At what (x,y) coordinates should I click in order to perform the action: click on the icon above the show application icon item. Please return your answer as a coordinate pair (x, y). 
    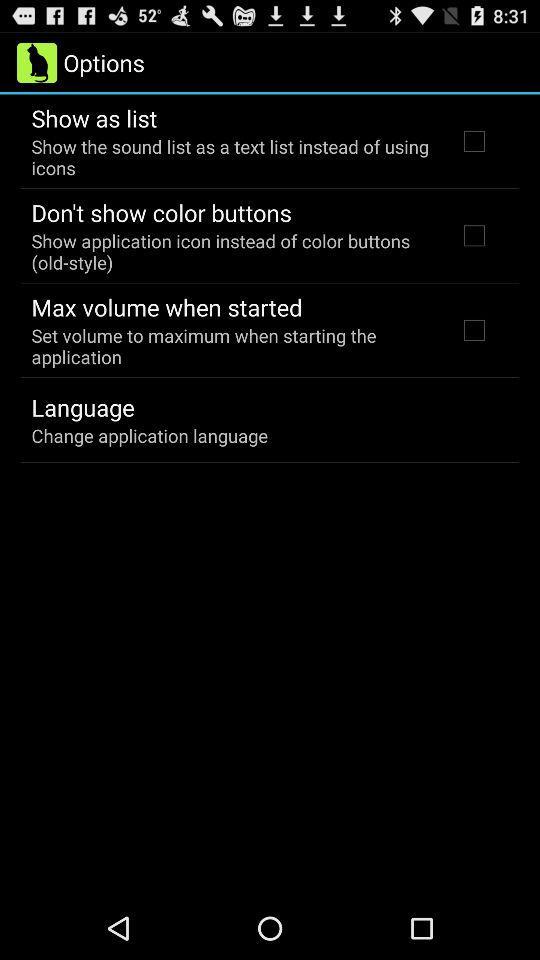
    Looking at the image, I should click on (160, 212).